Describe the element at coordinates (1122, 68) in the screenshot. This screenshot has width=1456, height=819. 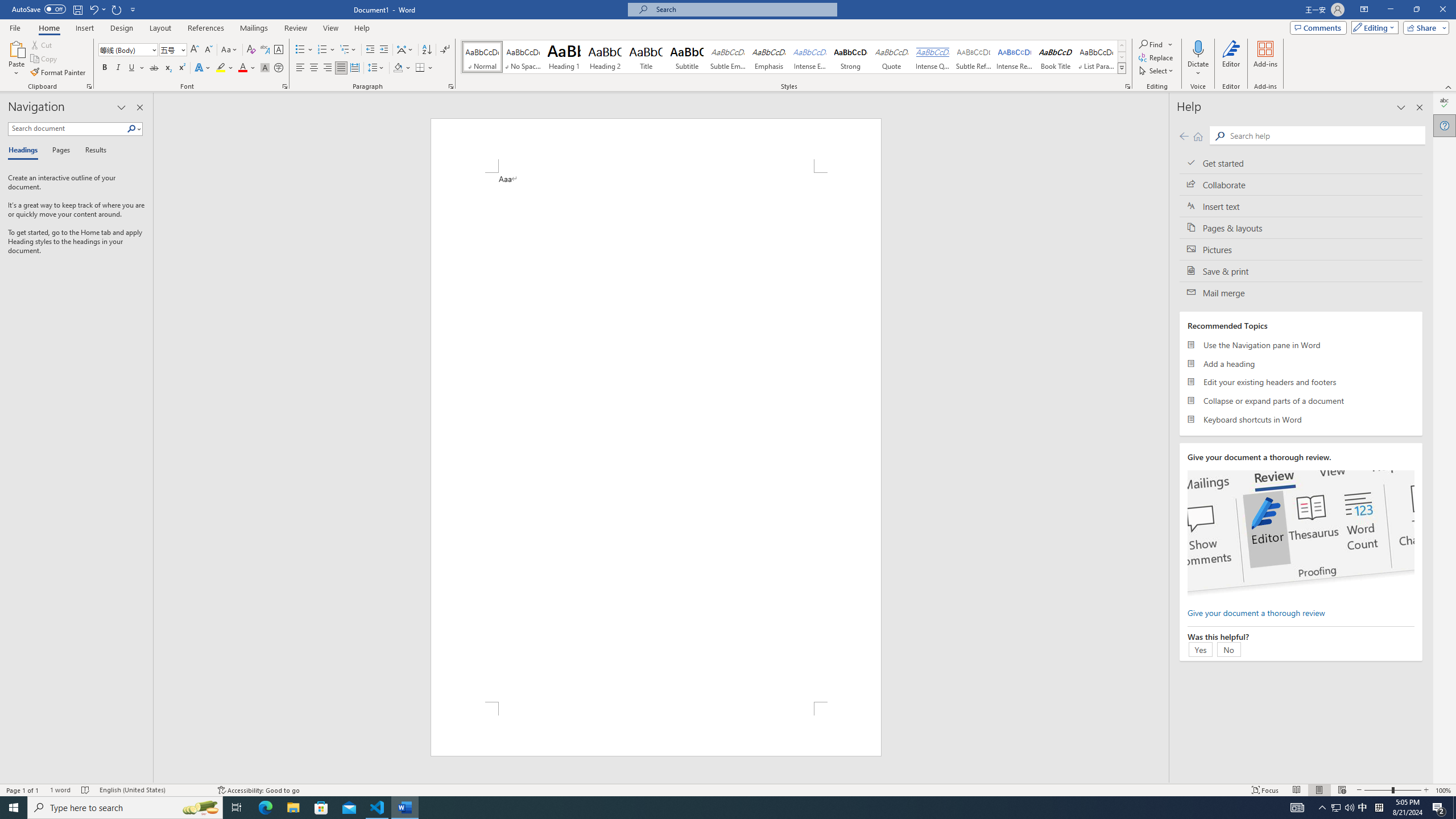
I see `'Class: NetUIImage'` at that location.